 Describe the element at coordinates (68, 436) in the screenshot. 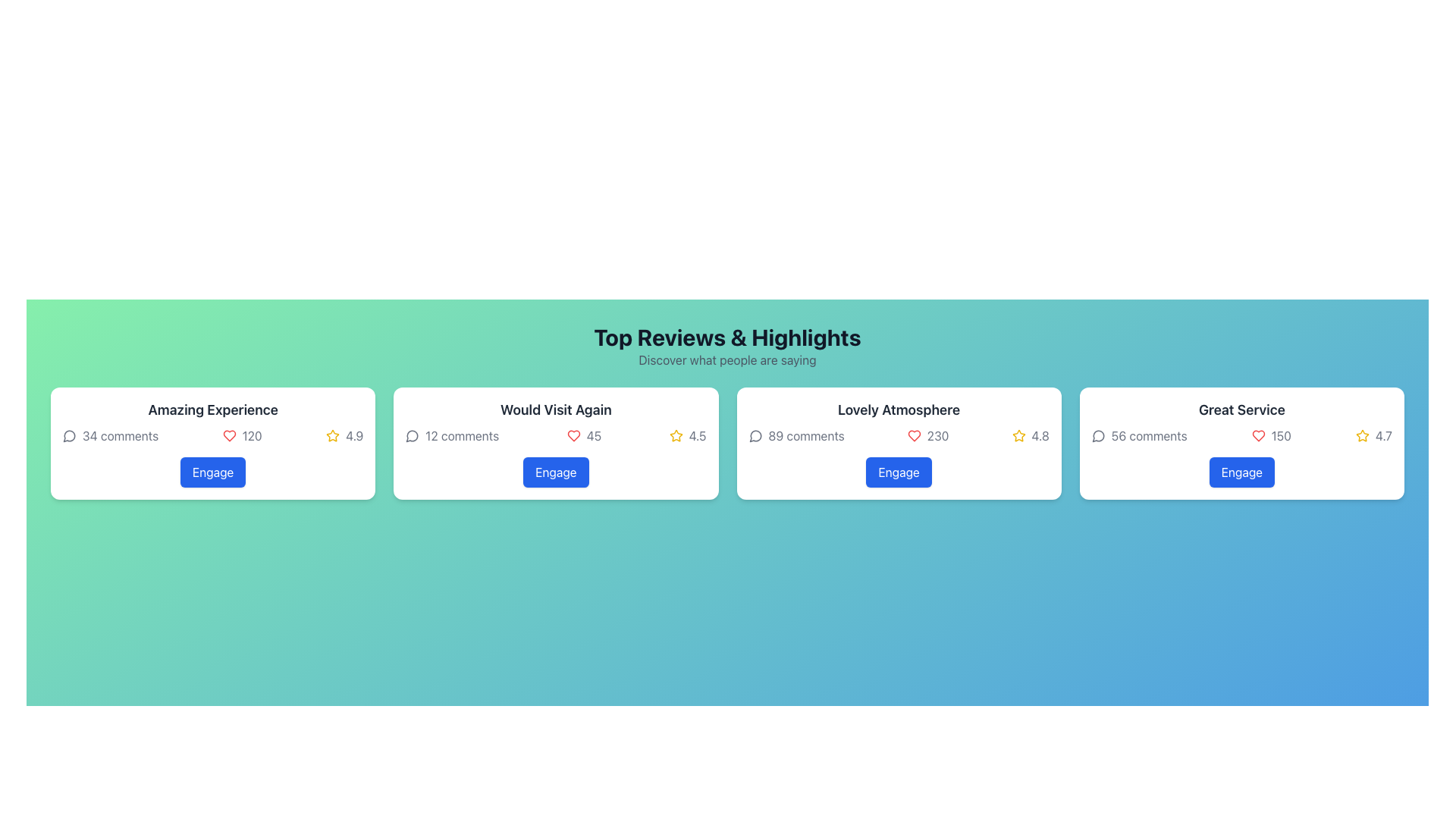

I see `the speech bubble icon located in the 'Amazing Experience' section, which is positioned to the left of the number 34, indicating comments` at that location.